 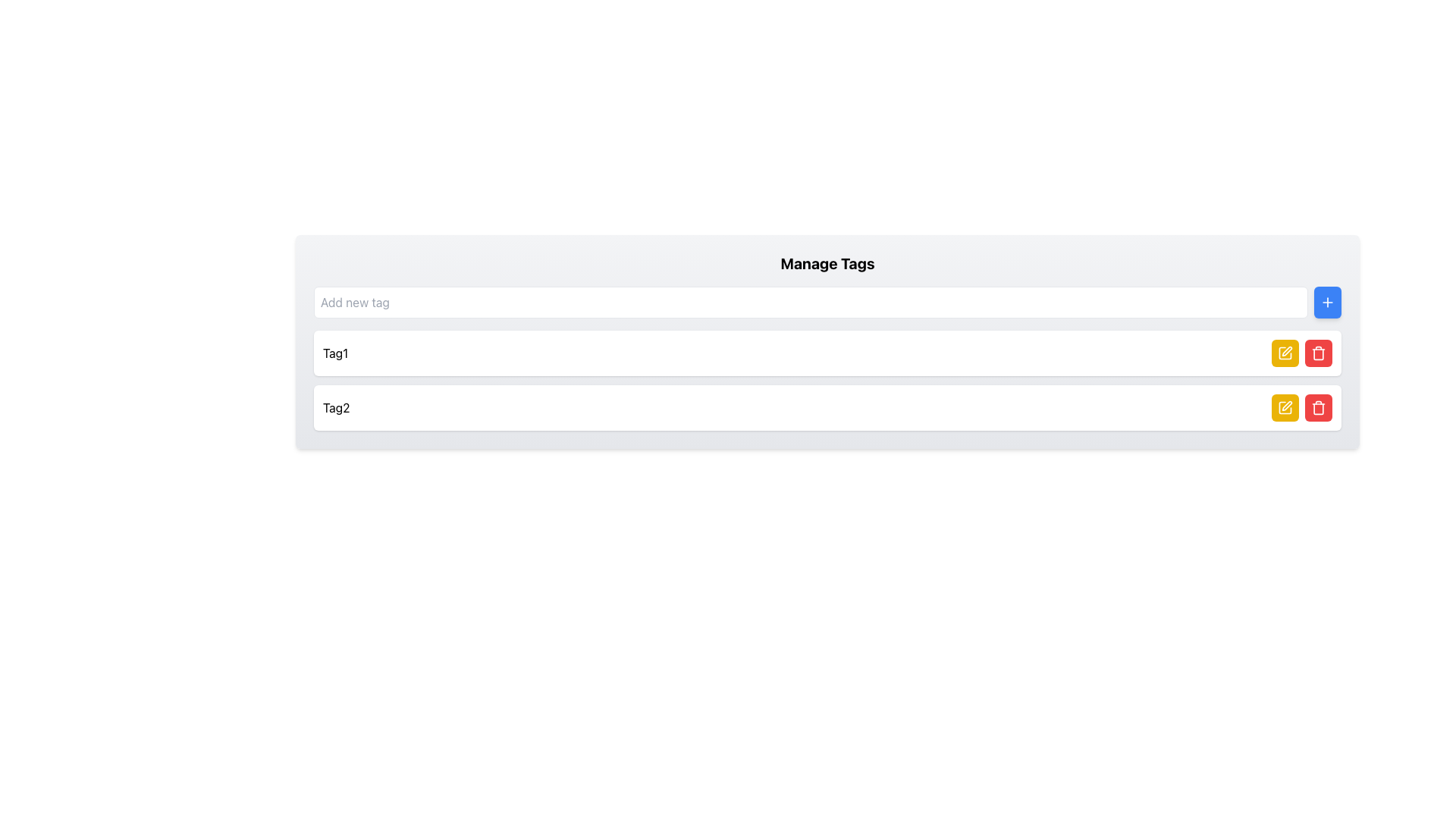 I want to click on the pencil icon button located in the second tag row labeled 'Tag2', so click(x=1284, y=353).